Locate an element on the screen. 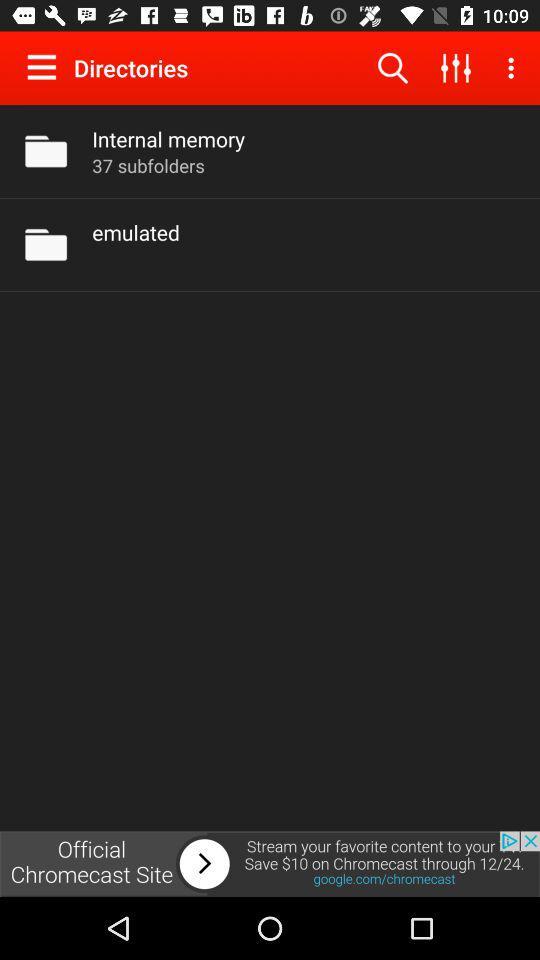  show menu is located at coordinates (46, 67).